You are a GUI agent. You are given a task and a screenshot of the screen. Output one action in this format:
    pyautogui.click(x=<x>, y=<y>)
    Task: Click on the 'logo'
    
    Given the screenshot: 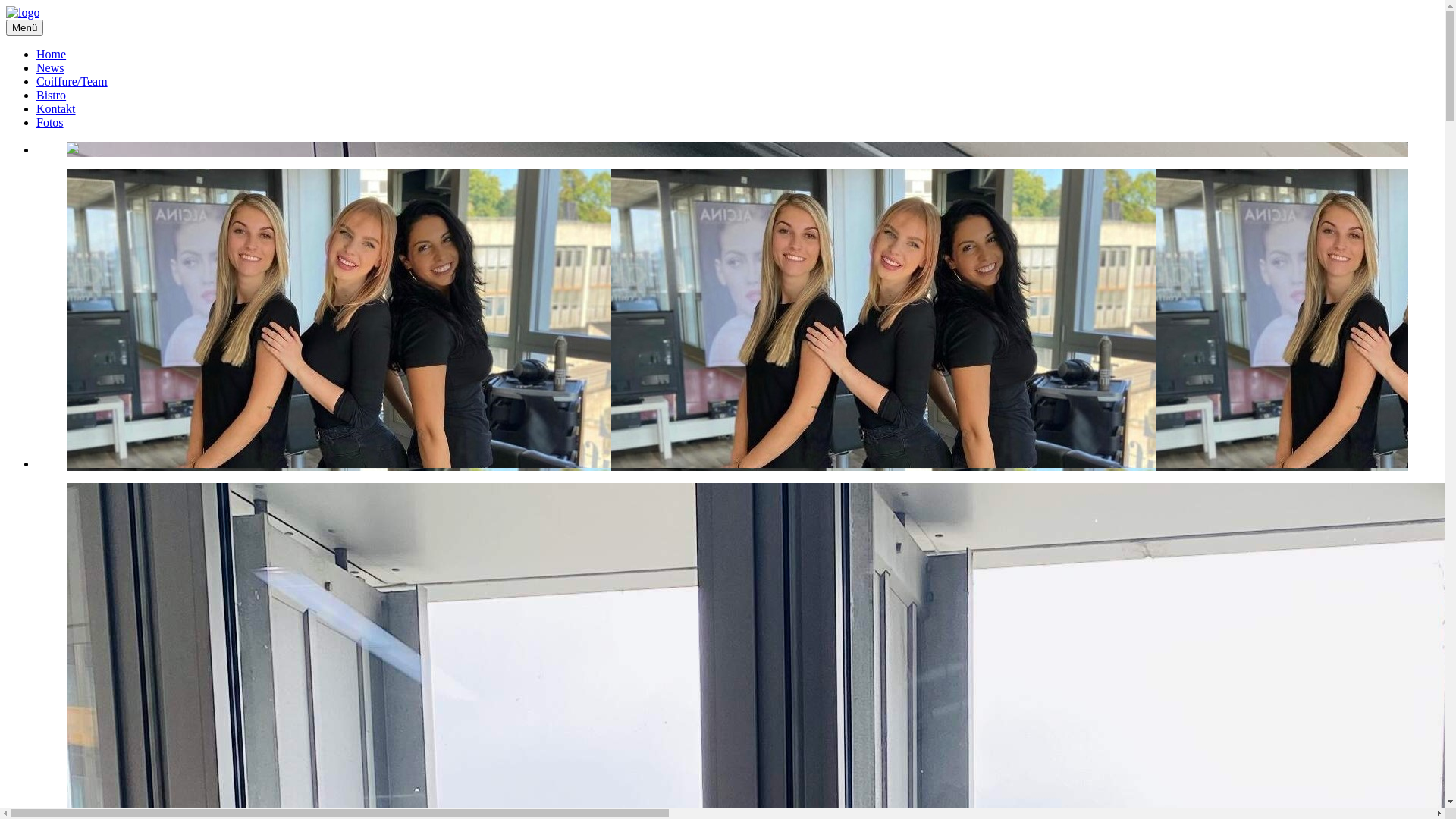 What is the action you would take?
    pyautogui.click(x=22, y=12)
    